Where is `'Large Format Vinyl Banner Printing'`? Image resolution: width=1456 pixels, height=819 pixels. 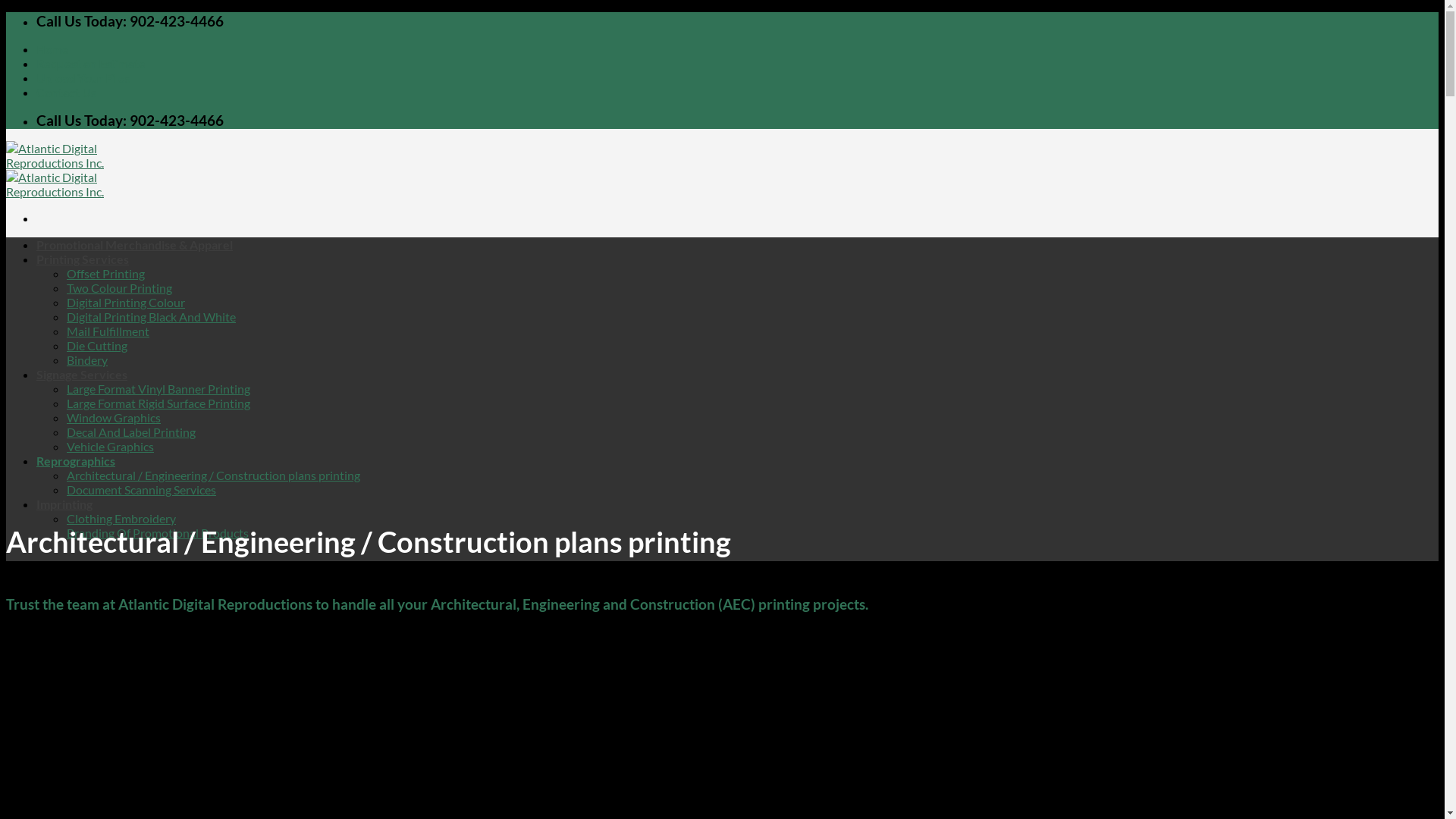 'Large Format Vinyl Banner Printing' is located at coordinates (158, 388).